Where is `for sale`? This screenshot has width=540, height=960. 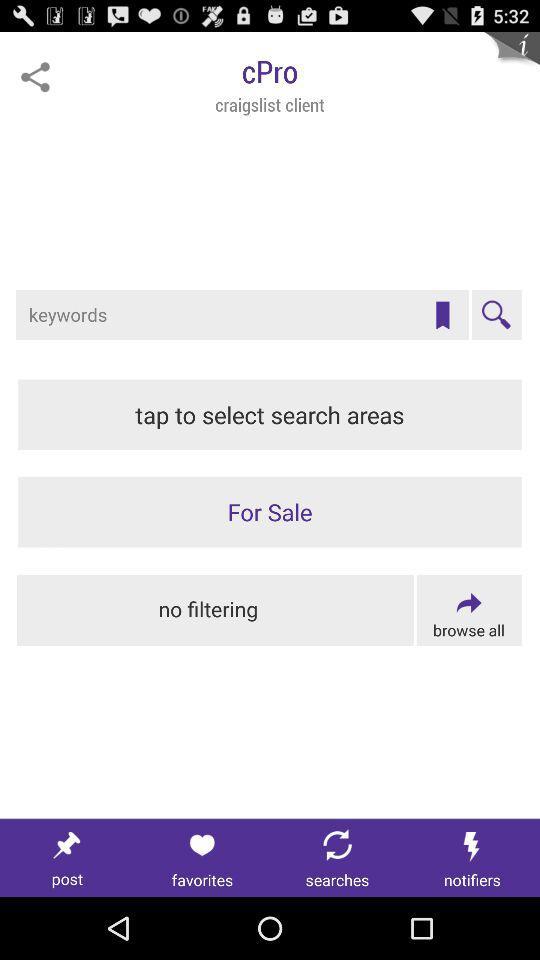 for sale is located at coordinates (270, 511).